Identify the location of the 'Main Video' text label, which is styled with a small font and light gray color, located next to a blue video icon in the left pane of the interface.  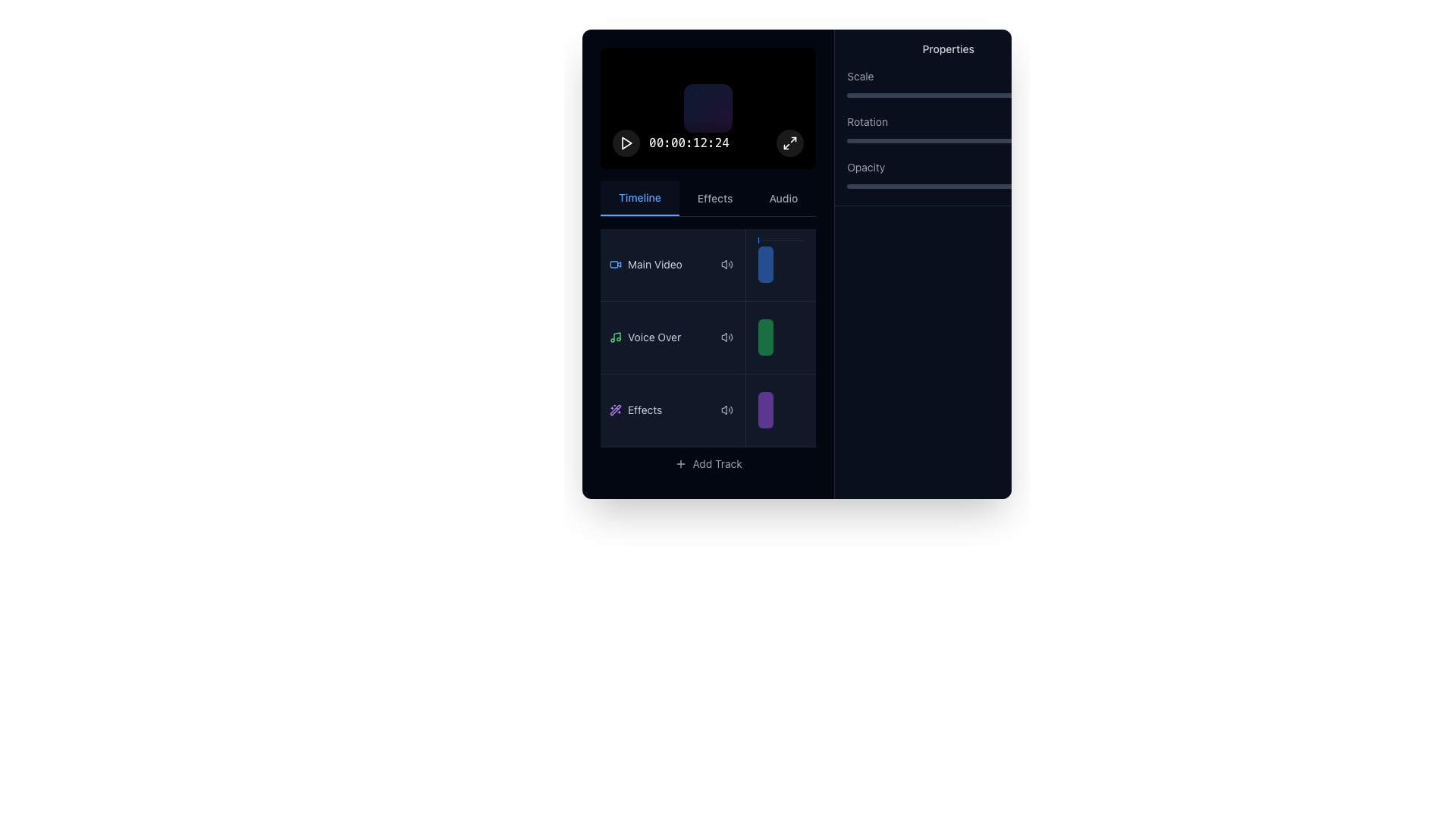
(654, 264).